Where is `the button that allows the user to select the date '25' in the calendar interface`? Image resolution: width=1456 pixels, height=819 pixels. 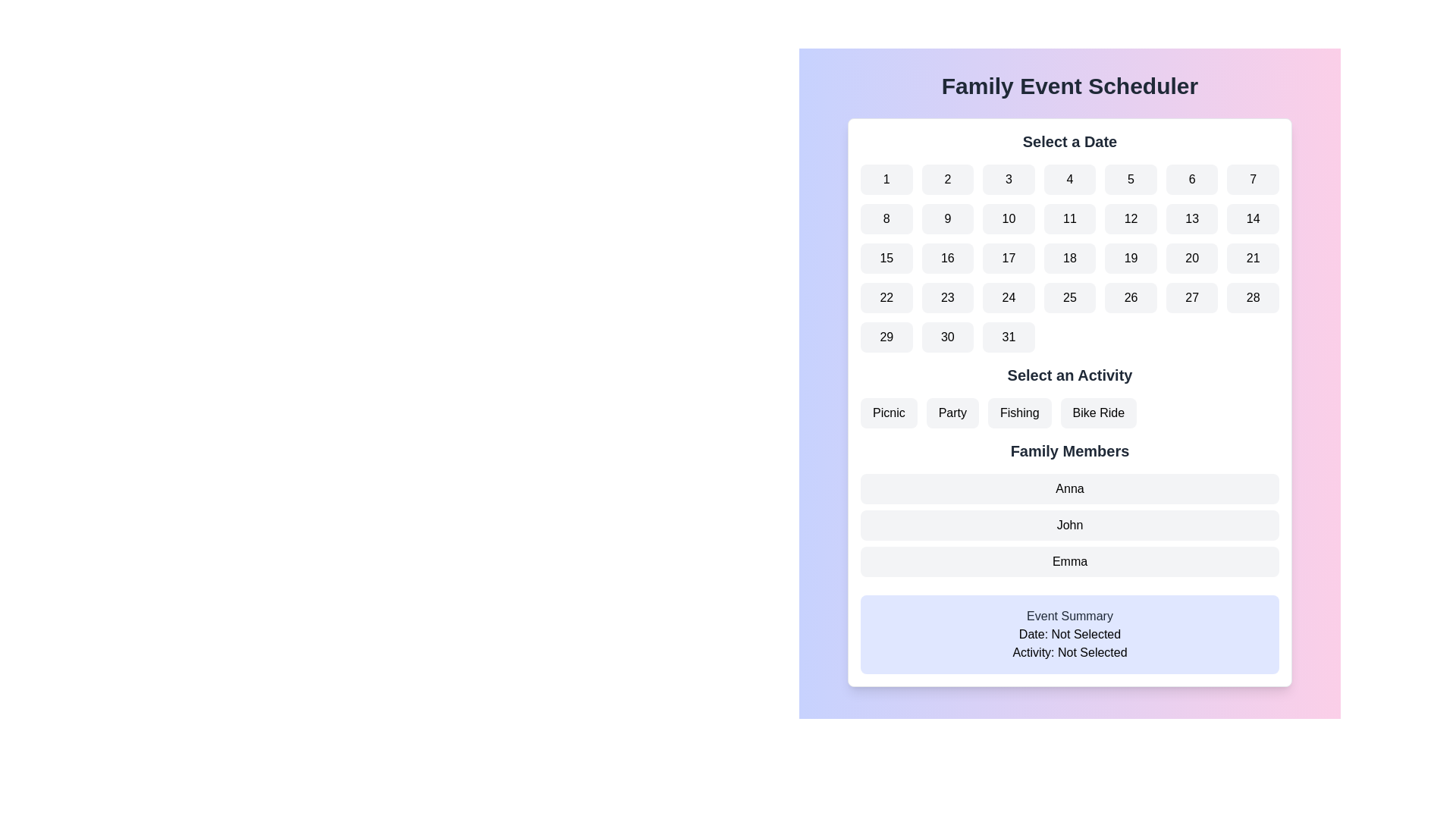
the button that allows the user to select the date '25' in the calendar interface is located at coordinates (1069, 298).